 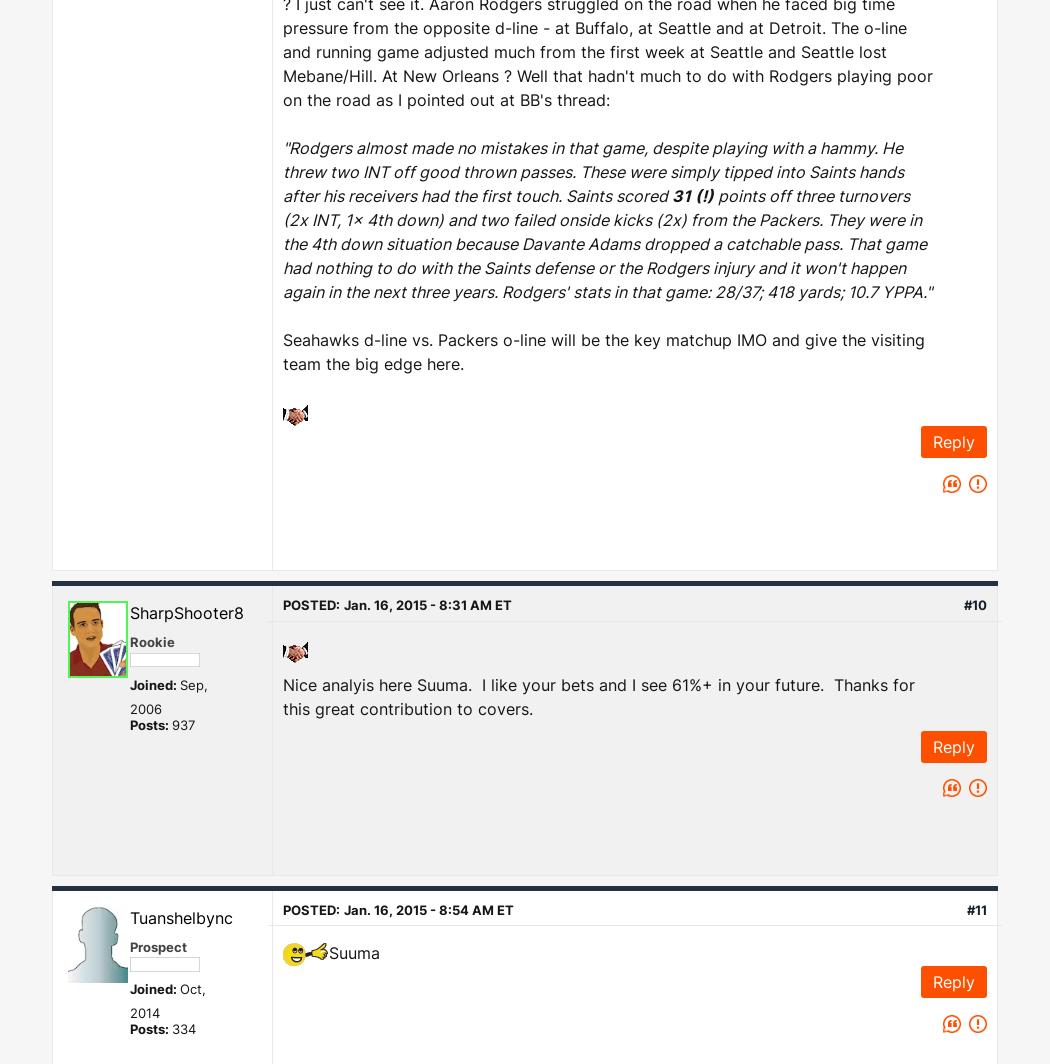 What do you see at coordinates (183, 724) in the screenshot?
I see `'937'` at bounding box center [183, 724].